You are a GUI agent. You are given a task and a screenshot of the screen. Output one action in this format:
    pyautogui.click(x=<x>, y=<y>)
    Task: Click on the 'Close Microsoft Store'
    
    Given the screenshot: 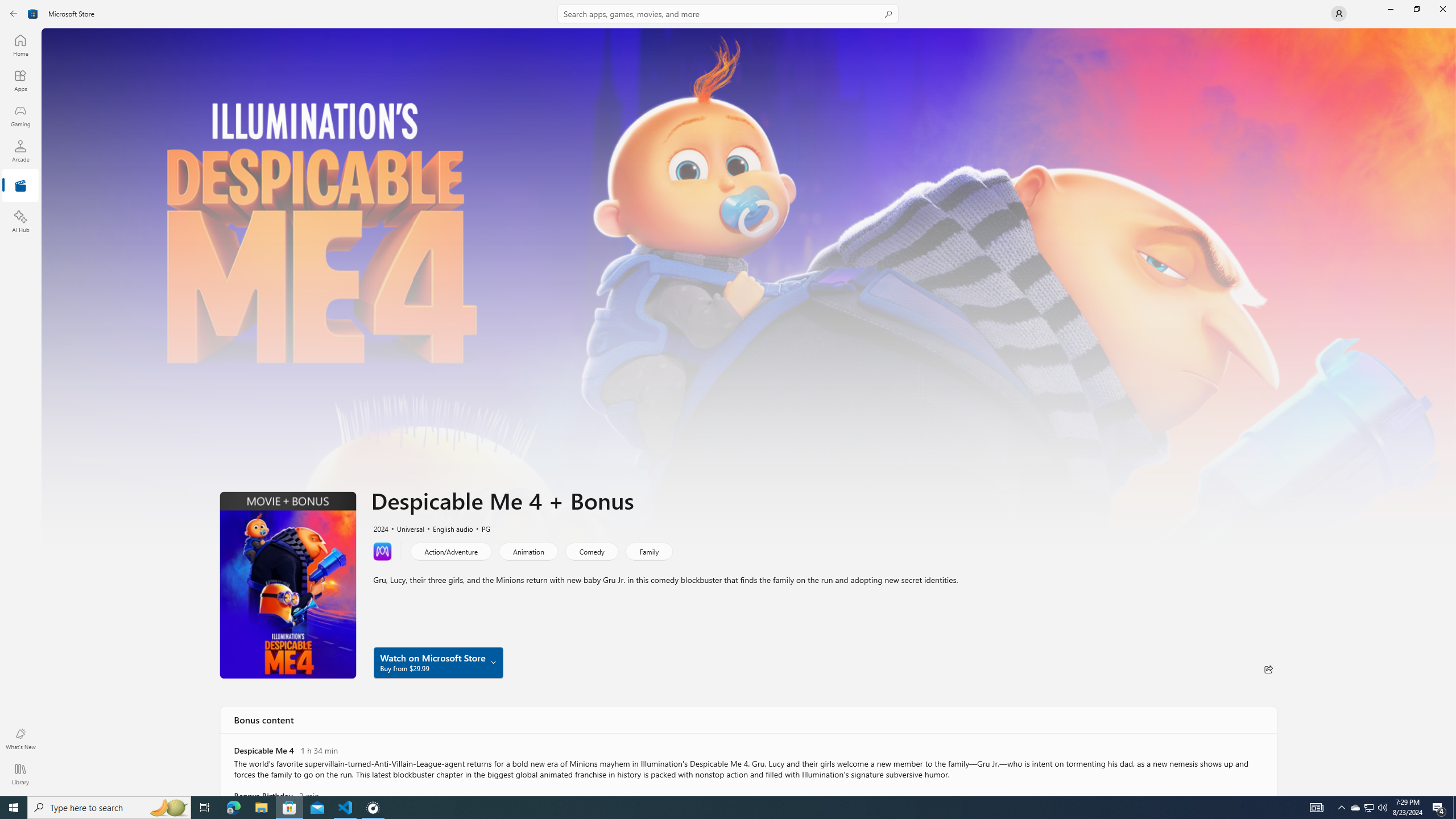 What is the action you would take?
    pyautogui.click(x=1442, y=9)
    